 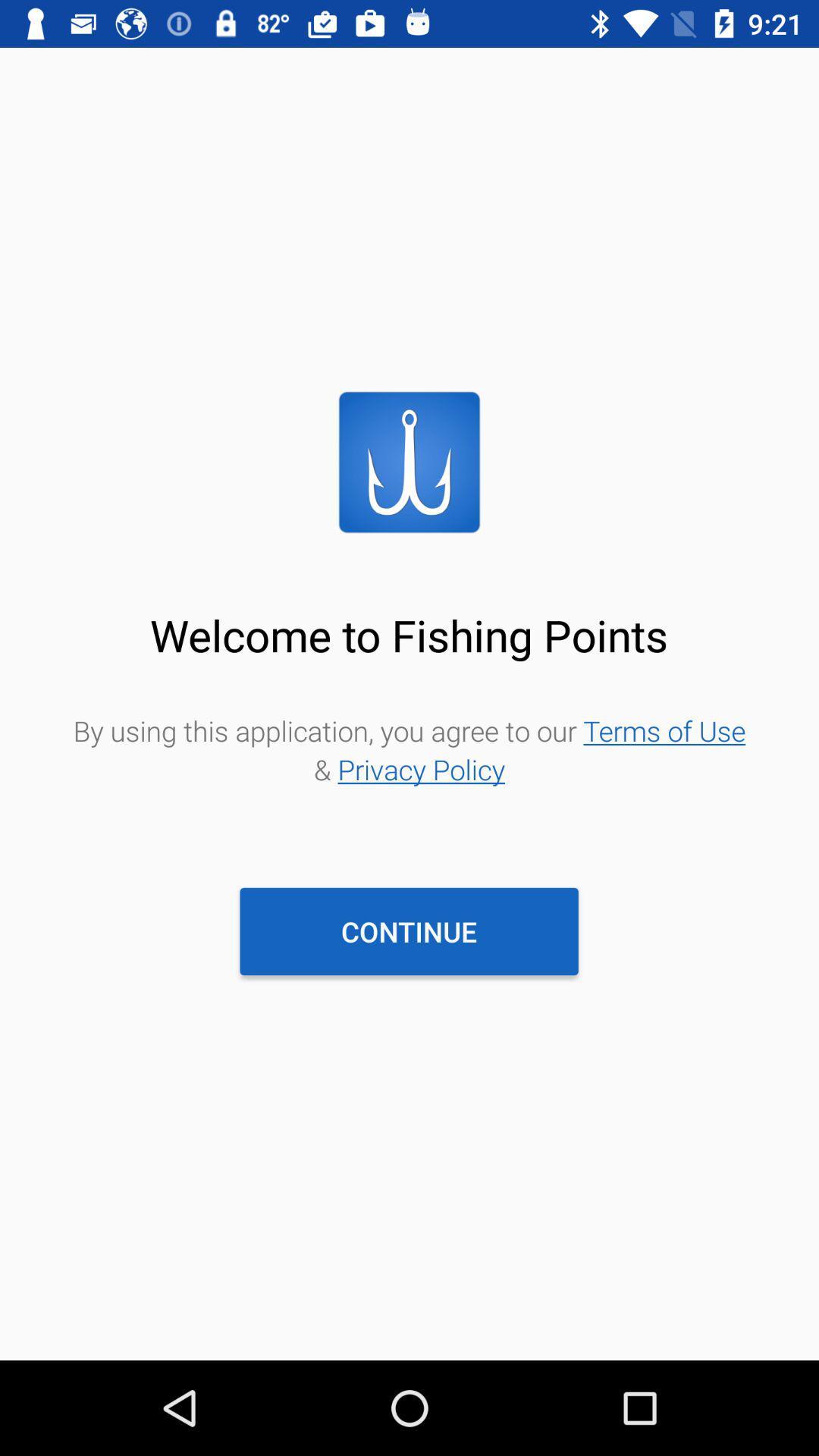 What do you see at coordinates (409, 750) in the screenshot?
I see `the by using this` at bounding box center [409, 750].